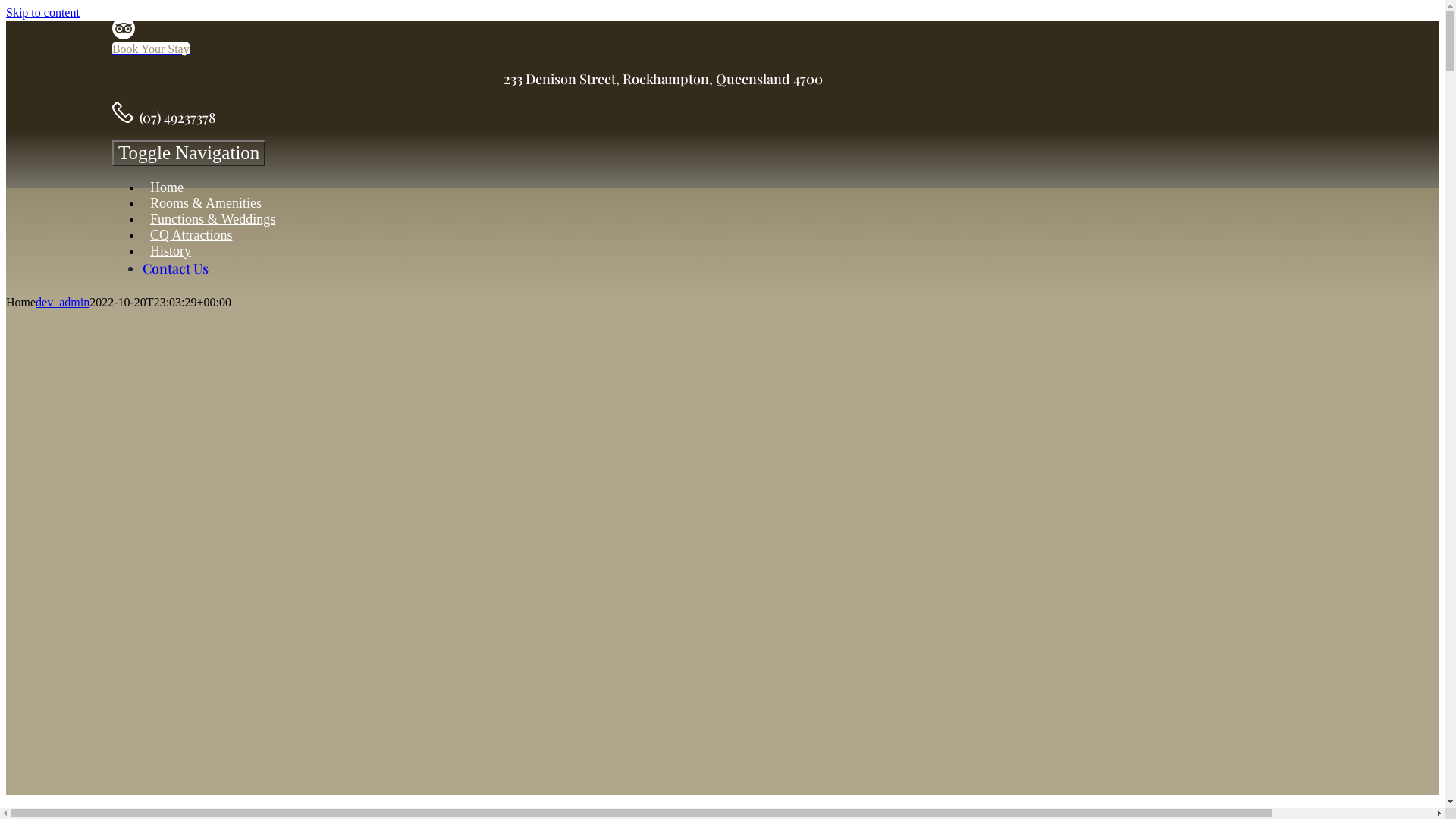 This screenshot has width=1456, height=819. I want to click on 'Rooms & Amenities', so click(205, 202).